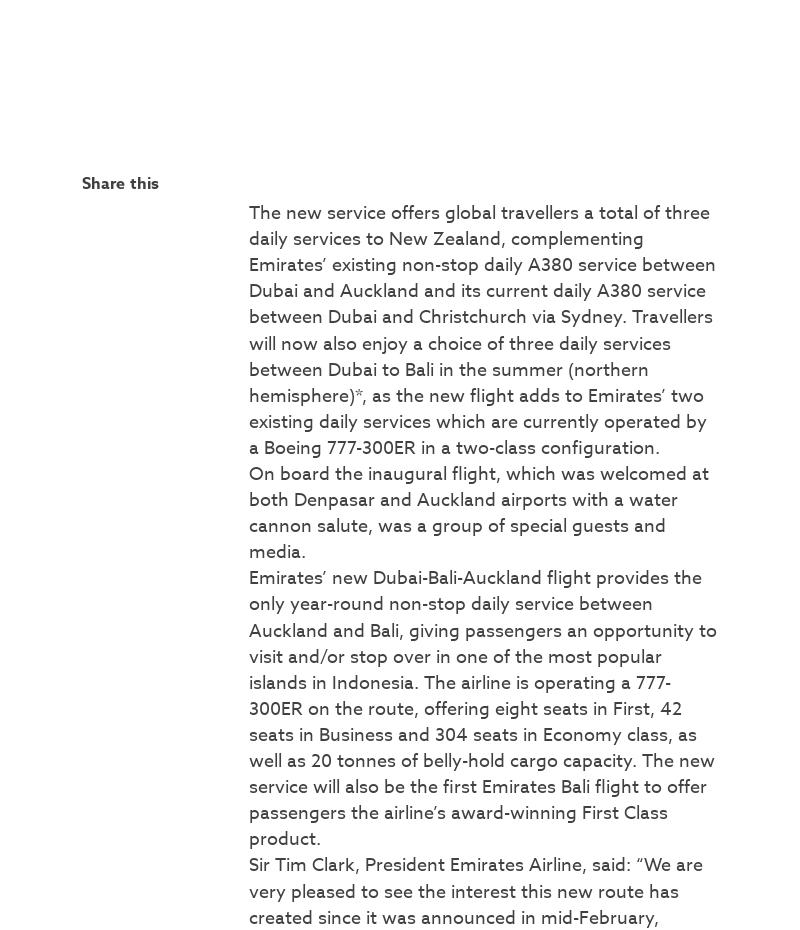  Describe the element at coordinates (416, 89) in the screenshot. I see `'22 November 2023'` at that location.